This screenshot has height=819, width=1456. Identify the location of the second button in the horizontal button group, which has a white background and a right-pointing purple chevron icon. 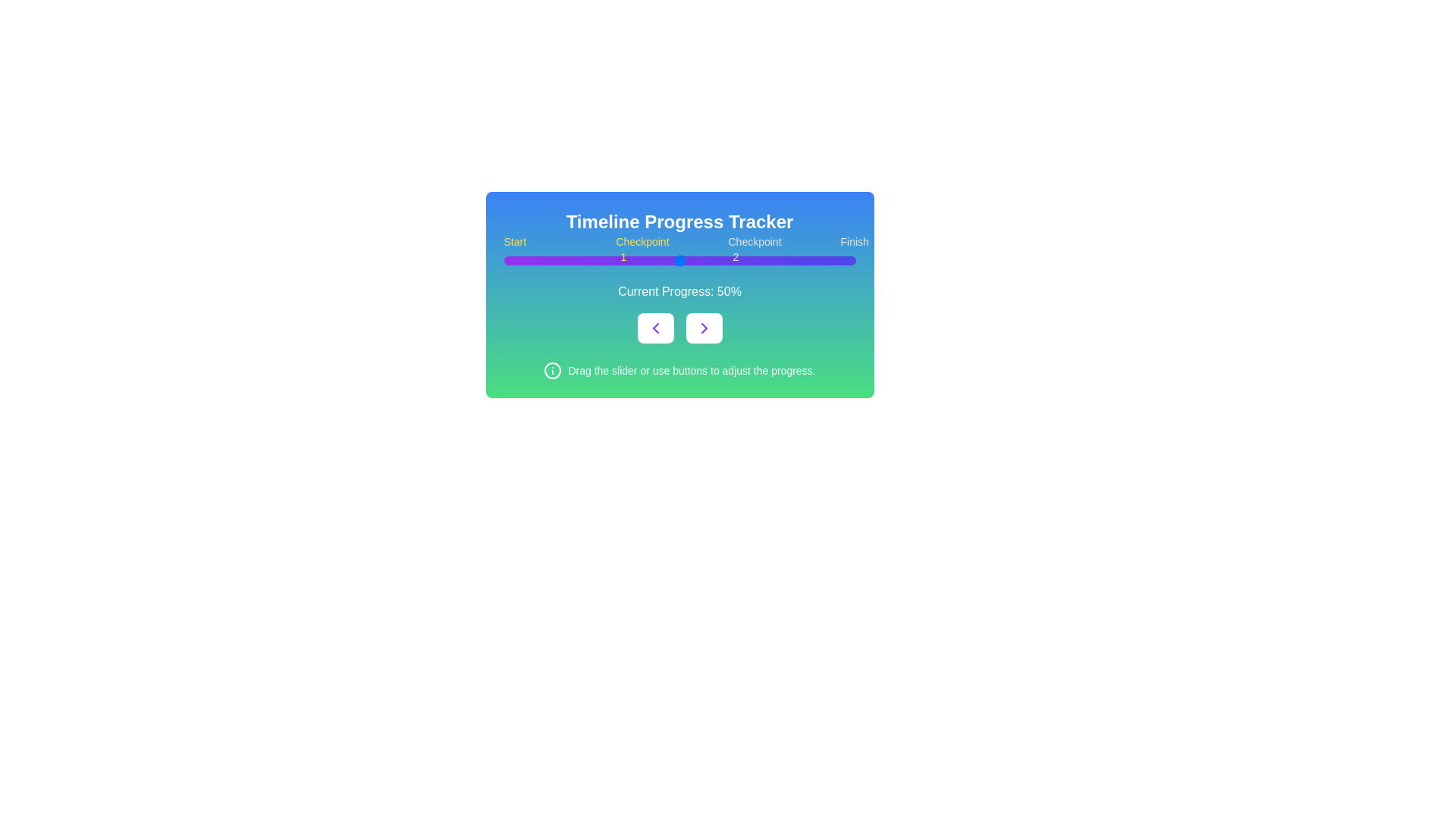
(703, 327).